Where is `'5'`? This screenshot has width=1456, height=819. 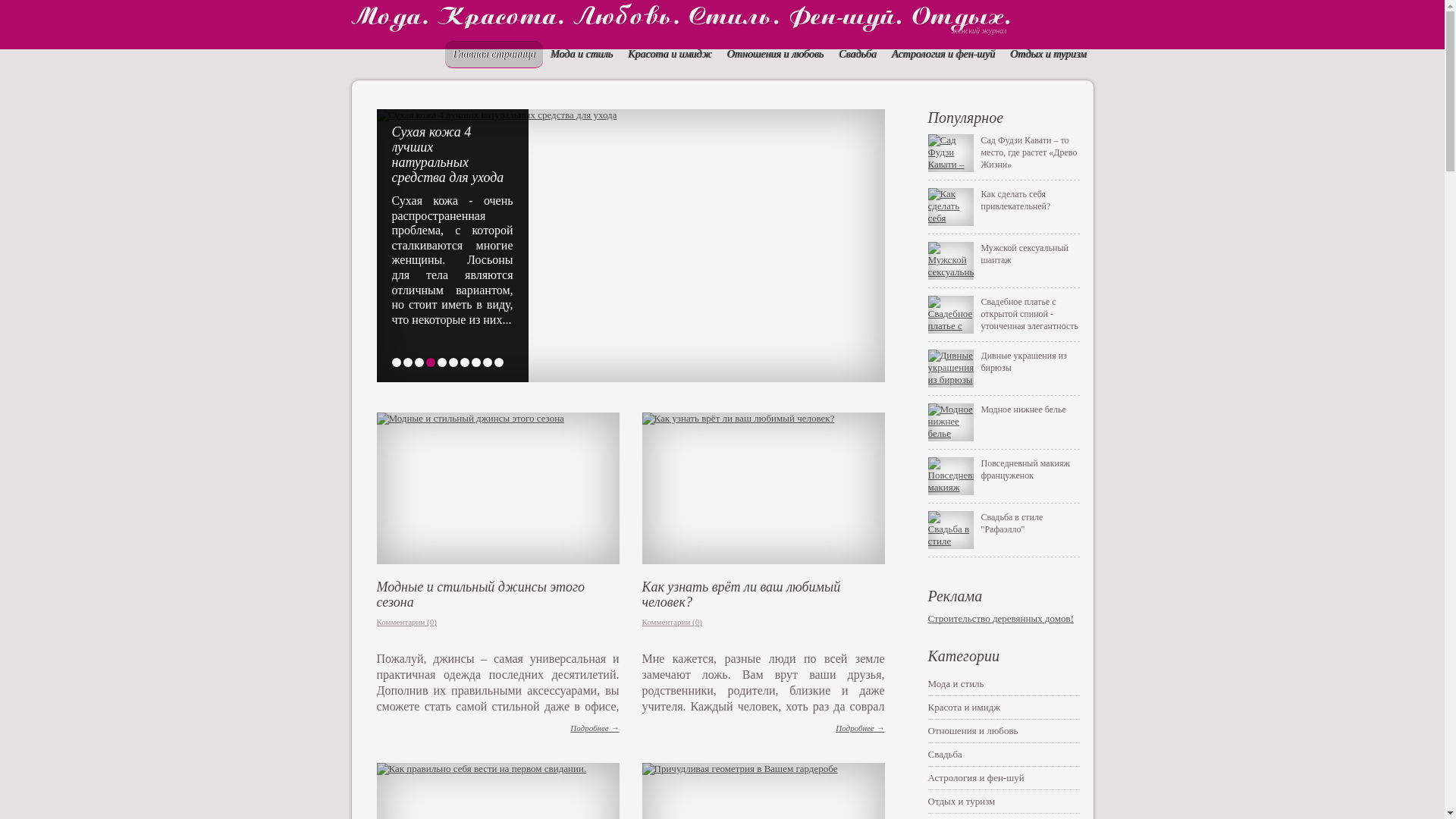
'5' is located at coordinates (436, 362).